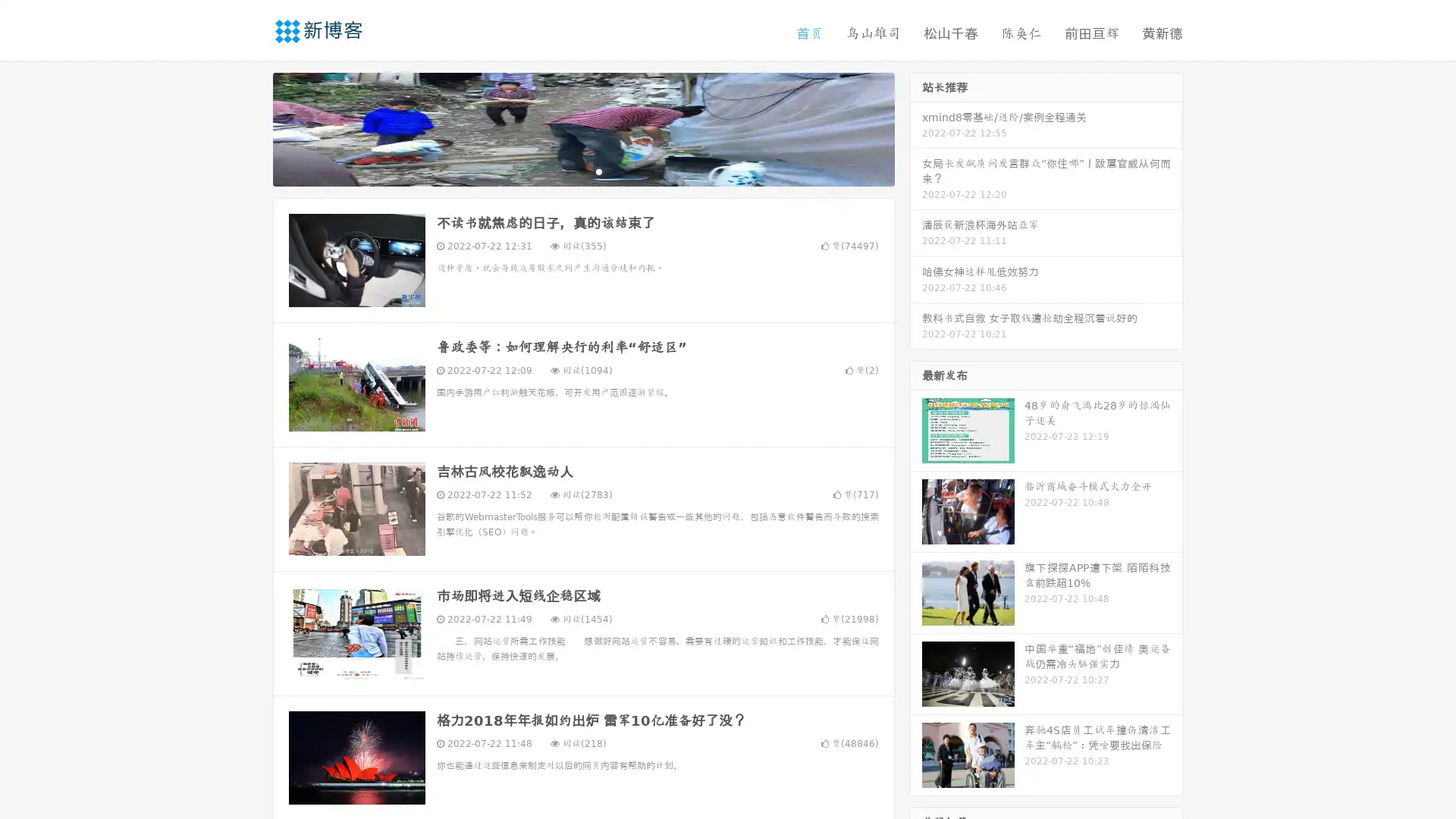 The height and width of the screenshot is (819, 1456). What do you see at coordinates (598, 171) in the screenshot?
I see `Go to slide 3` at bounding box center [598, 171].